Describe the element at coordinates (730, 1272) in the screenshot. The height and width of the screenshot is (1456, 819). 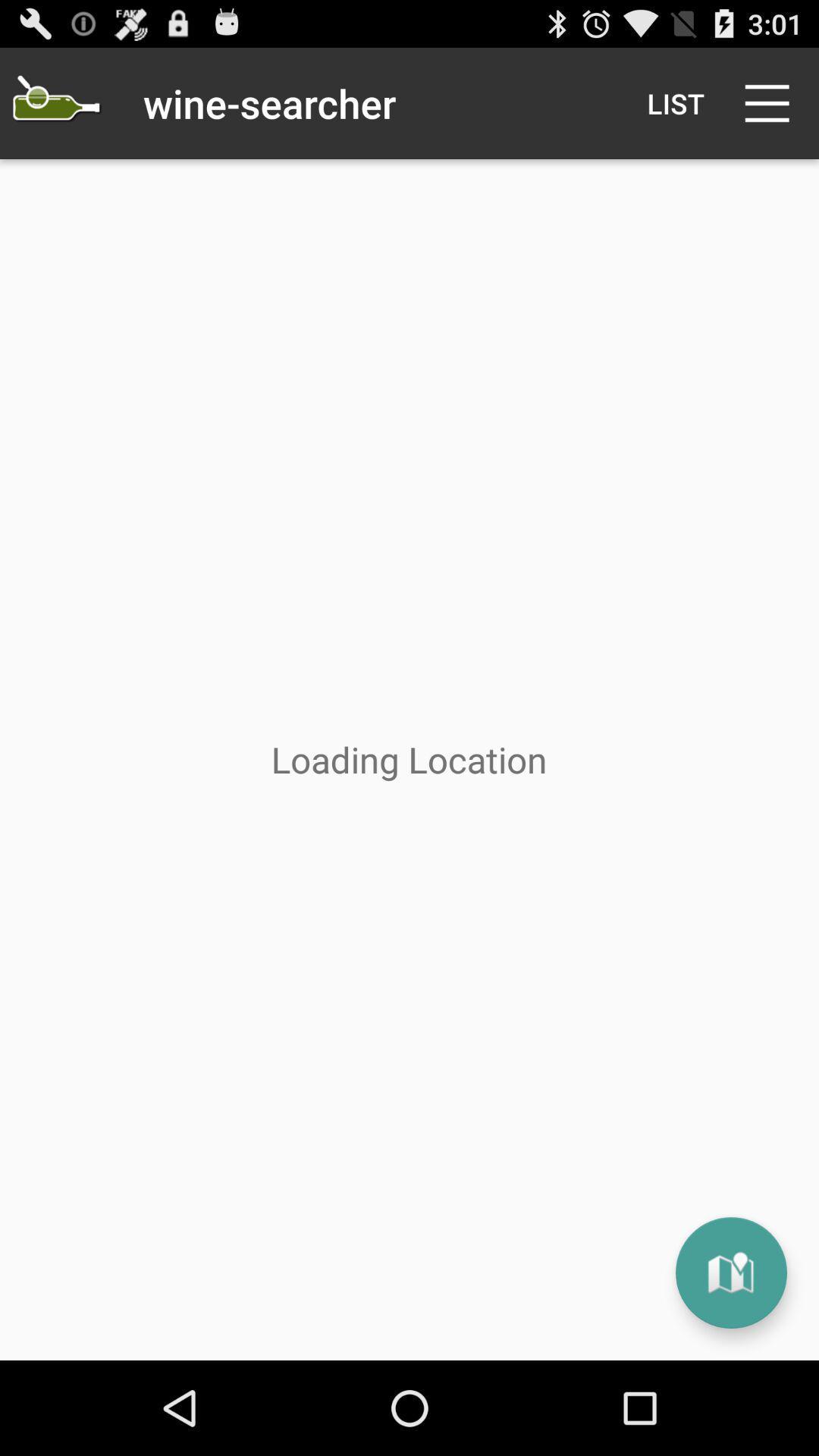
I see `map` at that location.